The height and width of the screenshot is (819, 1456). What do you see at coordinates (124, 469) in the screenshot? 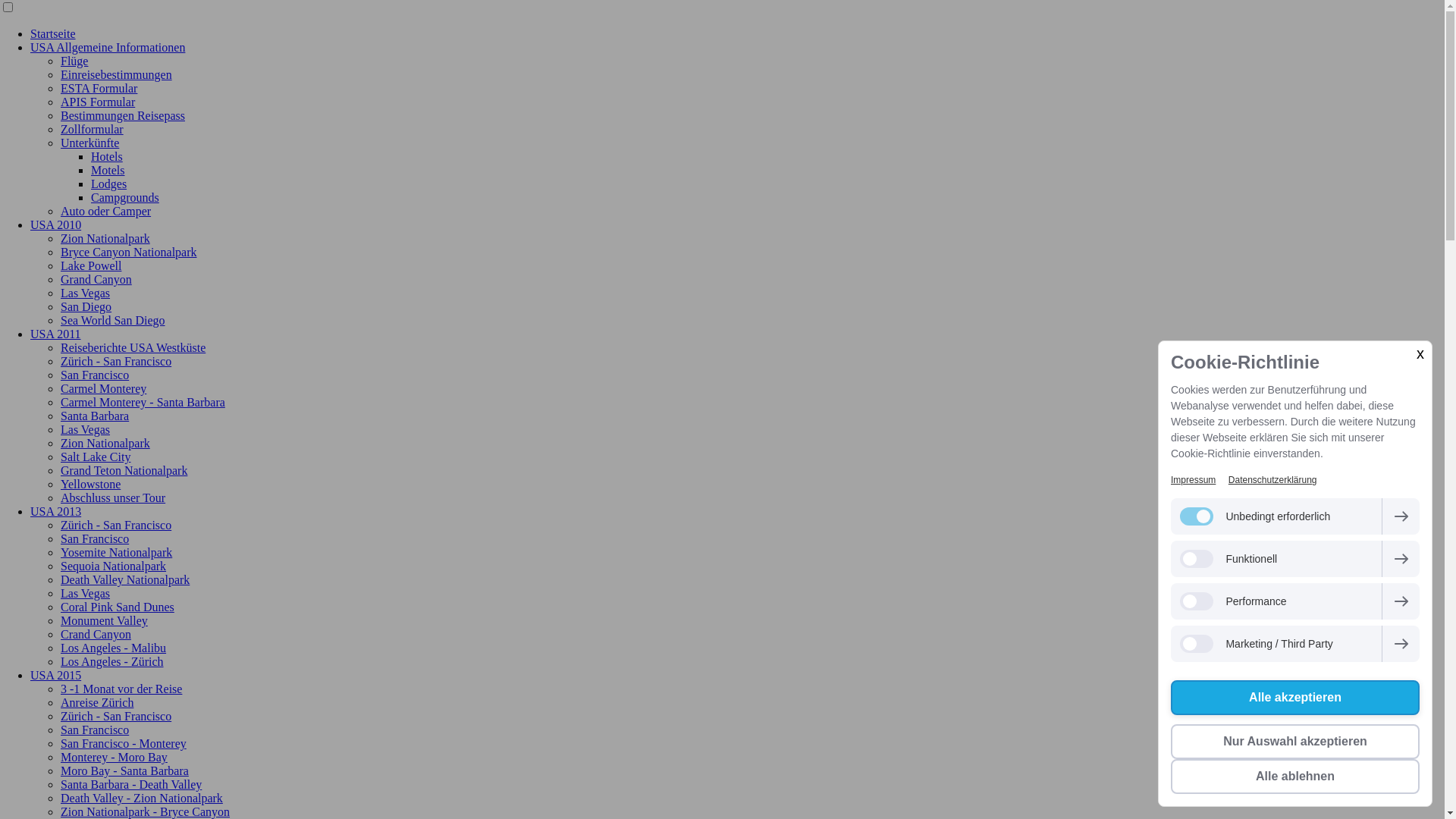
I see `'Grand Teton Nationalpark'` at bounding box center [124, 469].